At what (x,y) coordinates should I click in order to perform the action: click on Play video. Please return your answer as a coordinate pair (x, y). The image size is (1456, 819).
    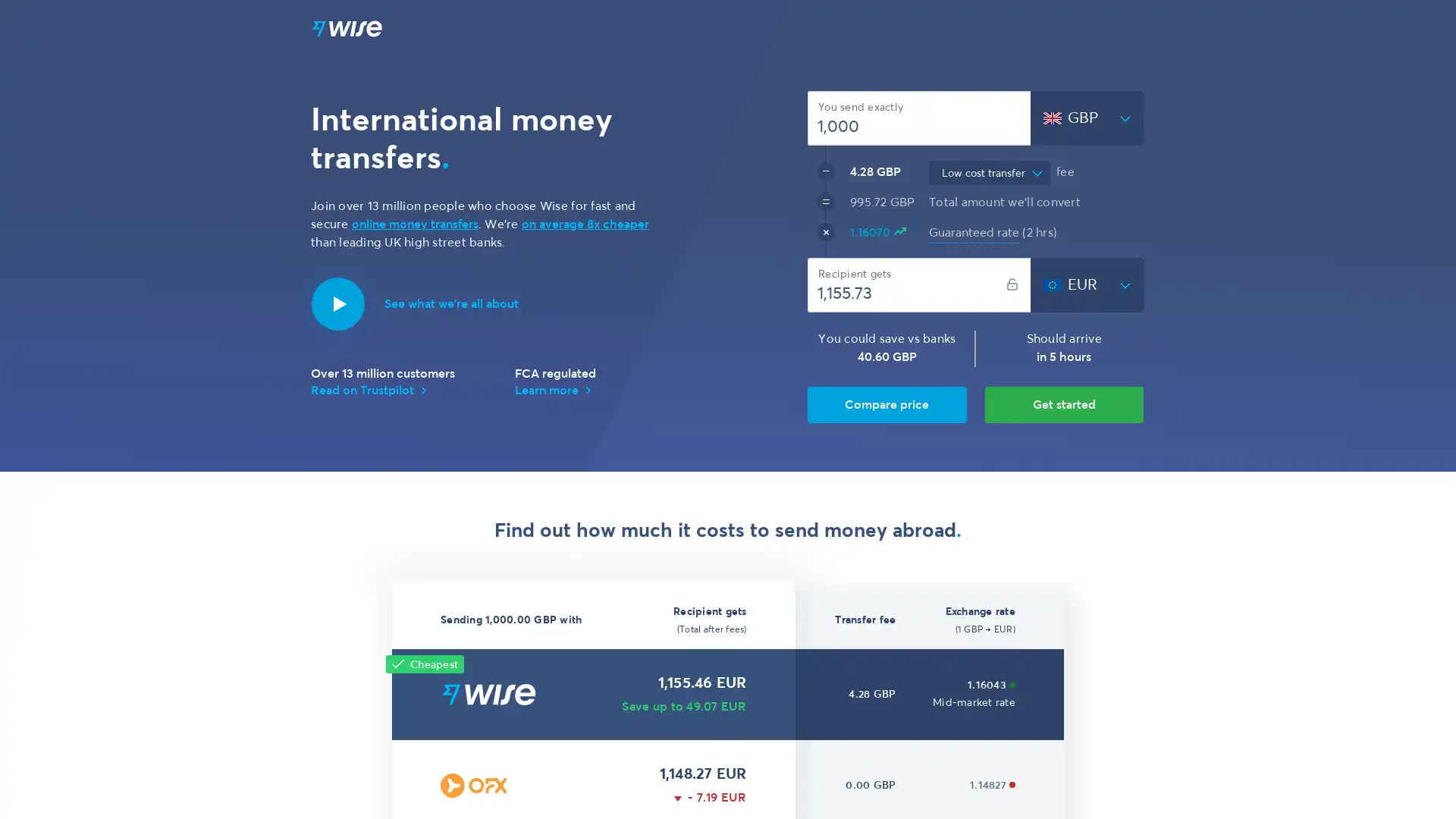
    Looking at the image, I should click on (337, 303).